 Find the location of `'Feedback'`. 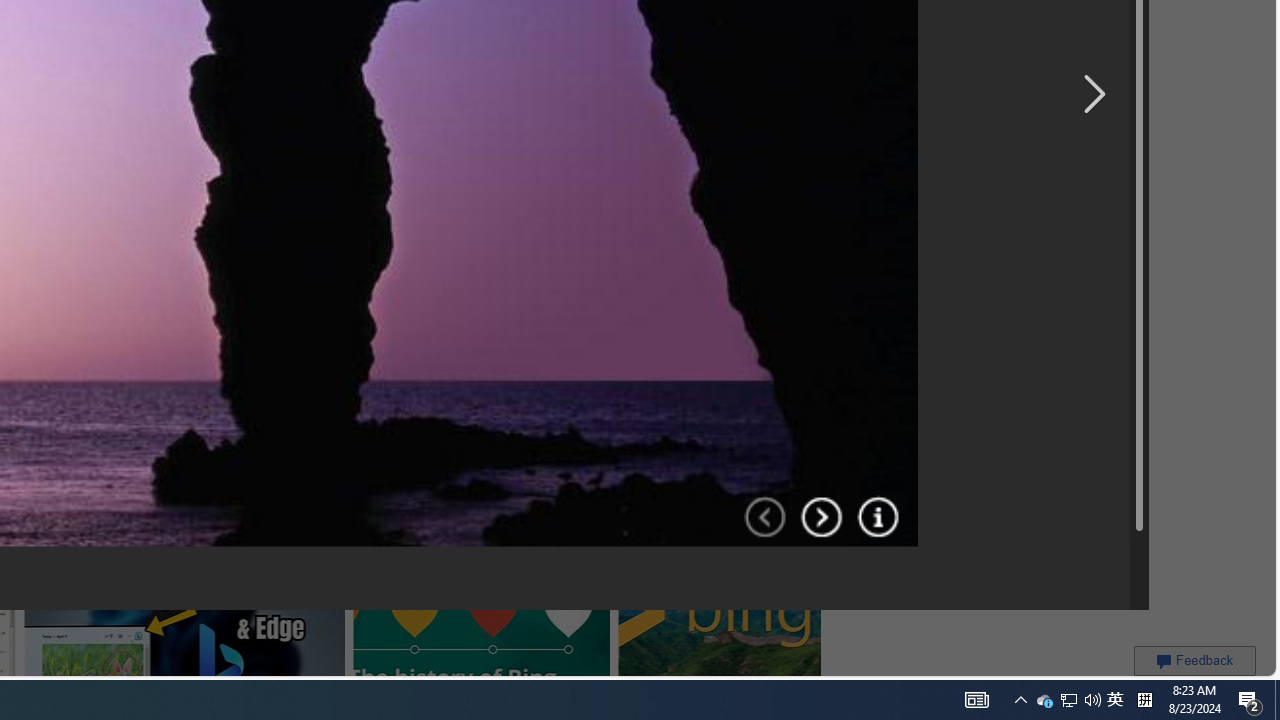

'Feedback' is located at coordinates (1194, 660).